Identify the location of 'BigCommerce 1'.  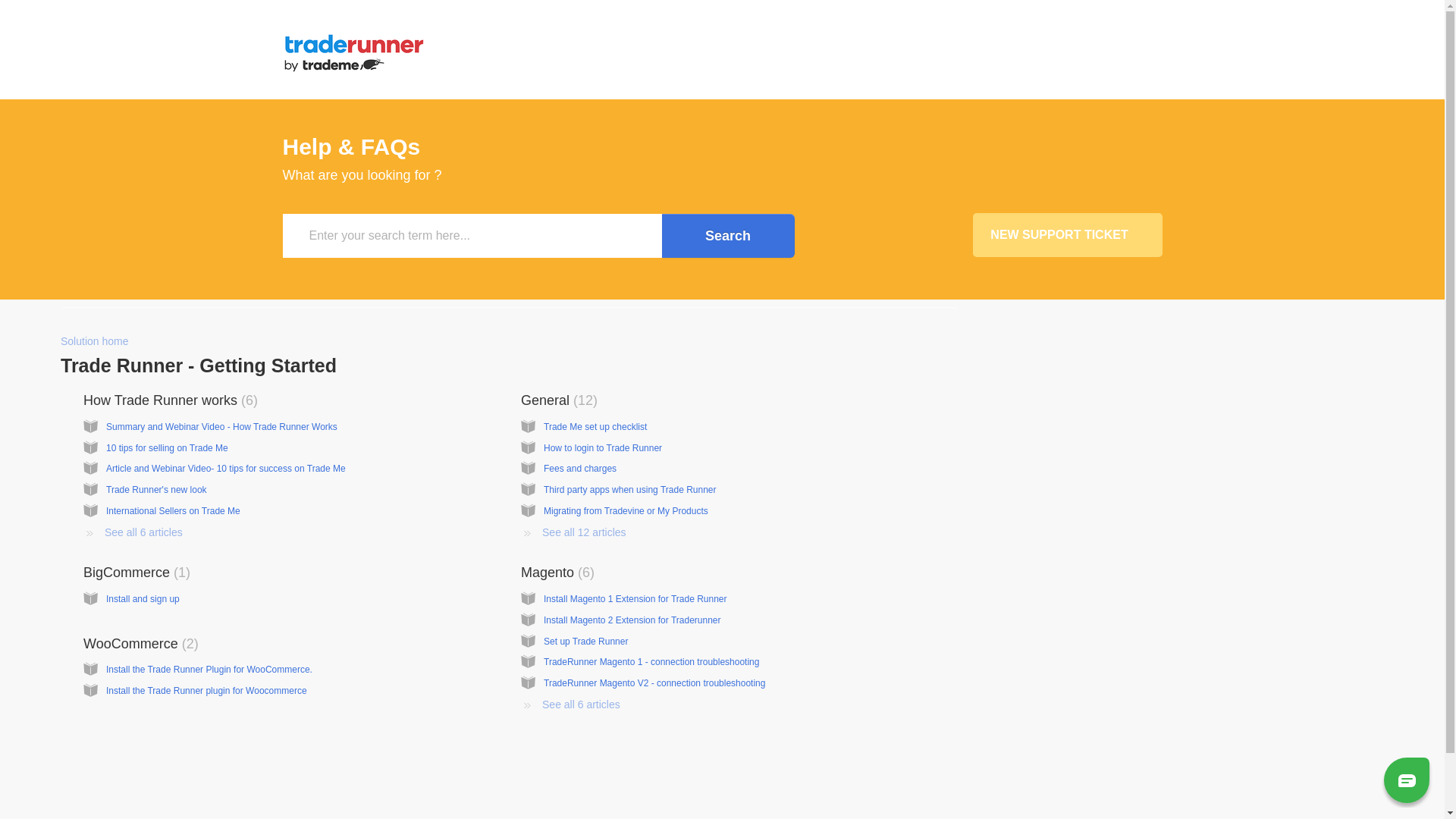
(83, 573).